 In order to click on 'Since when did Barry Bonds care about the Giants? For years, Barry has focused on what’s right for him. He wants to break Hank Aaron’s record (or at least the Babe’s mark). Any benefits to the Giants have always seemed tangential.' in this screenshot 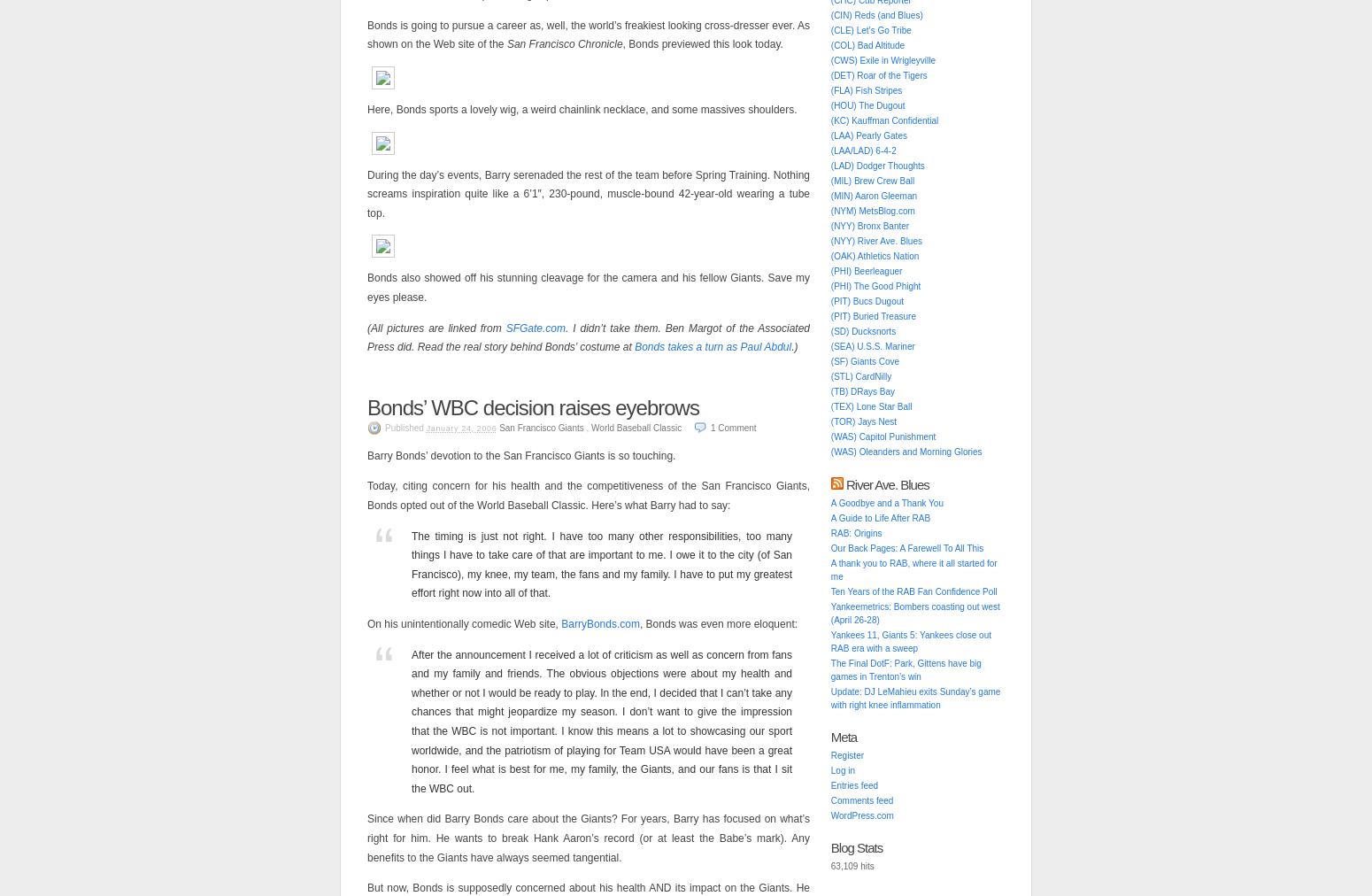, I will do `click(587, 838)`.